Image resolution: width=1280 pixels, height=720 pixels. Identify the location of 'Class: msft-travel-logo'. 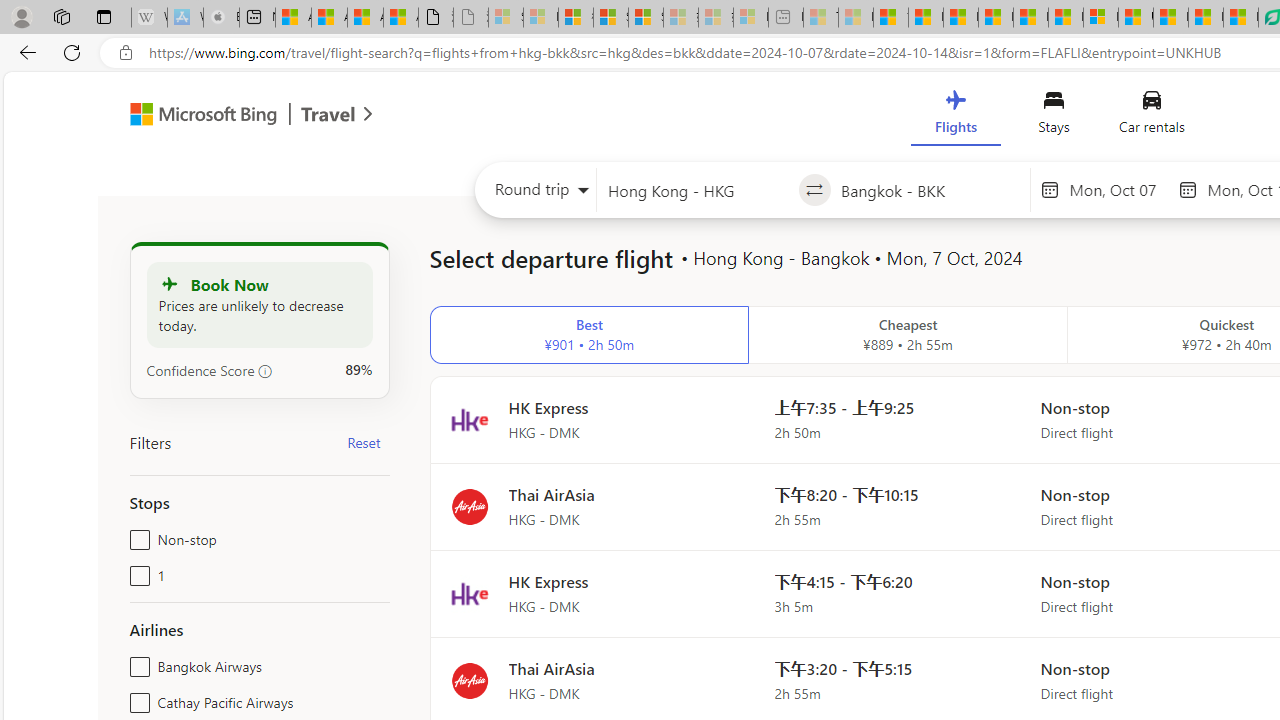
(328, 114).